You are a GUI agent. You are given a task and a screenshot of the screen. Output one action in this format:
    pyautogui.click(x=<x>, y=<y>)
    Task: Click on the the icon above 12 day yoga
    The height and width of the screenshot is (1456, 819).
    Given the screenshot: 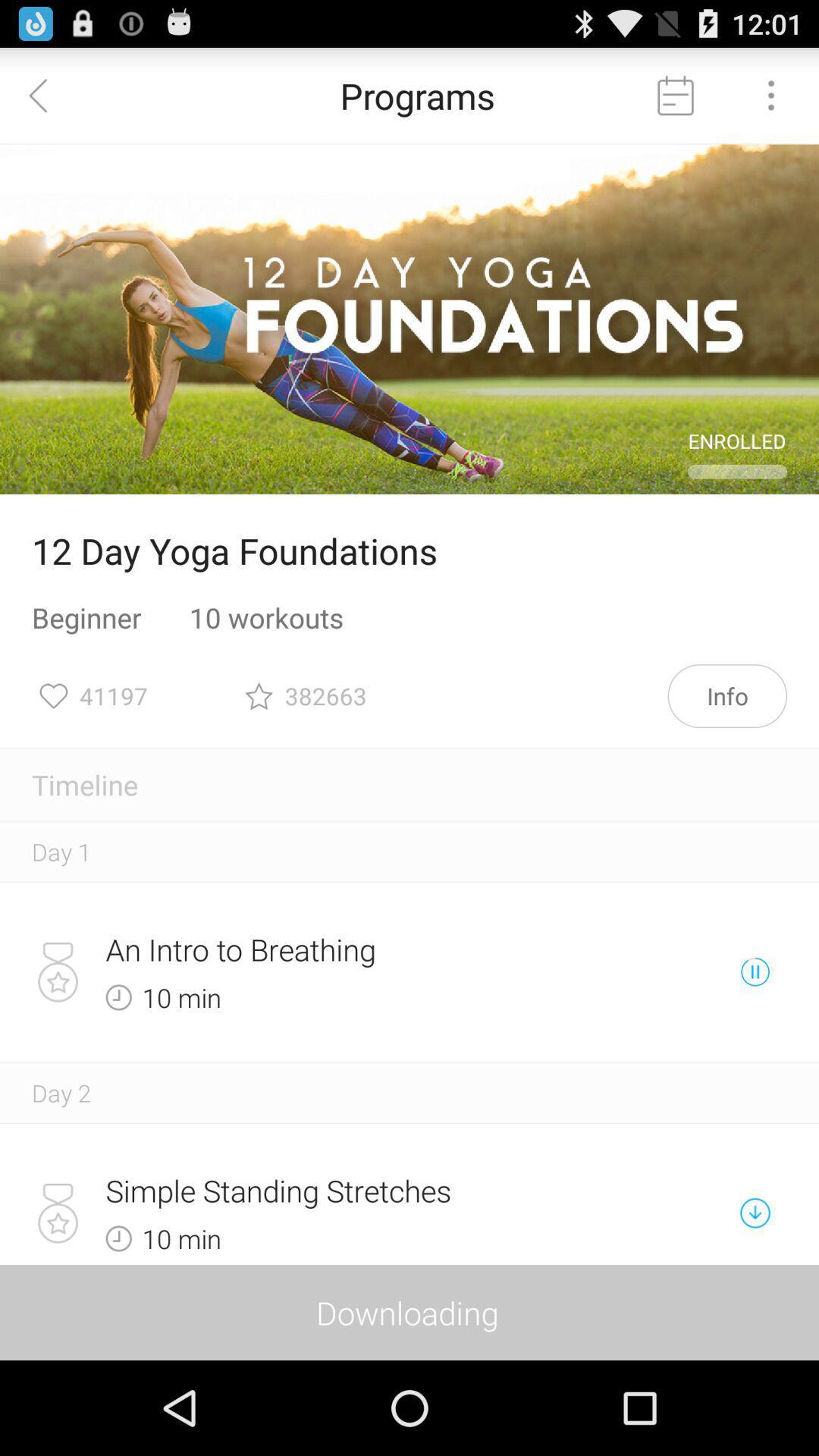 What is the action you would take?
    pyautogui.click(x=409, y=318)
    